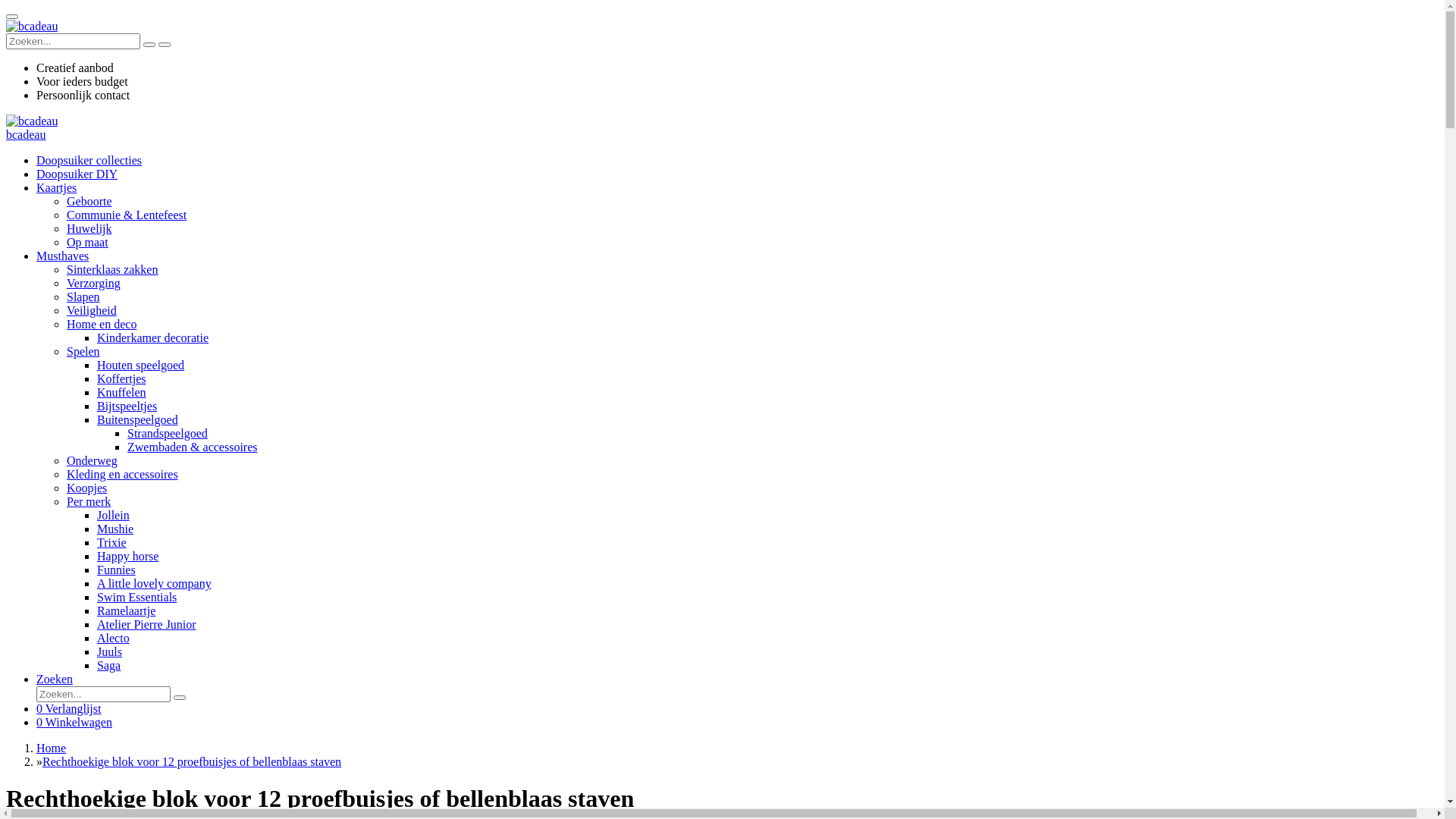 The height and width of the screenshot is (819, 1456). Describe the element at coordinates (67, 708) in the screenshot. I see `'0 Verlanglijst'` at that location.